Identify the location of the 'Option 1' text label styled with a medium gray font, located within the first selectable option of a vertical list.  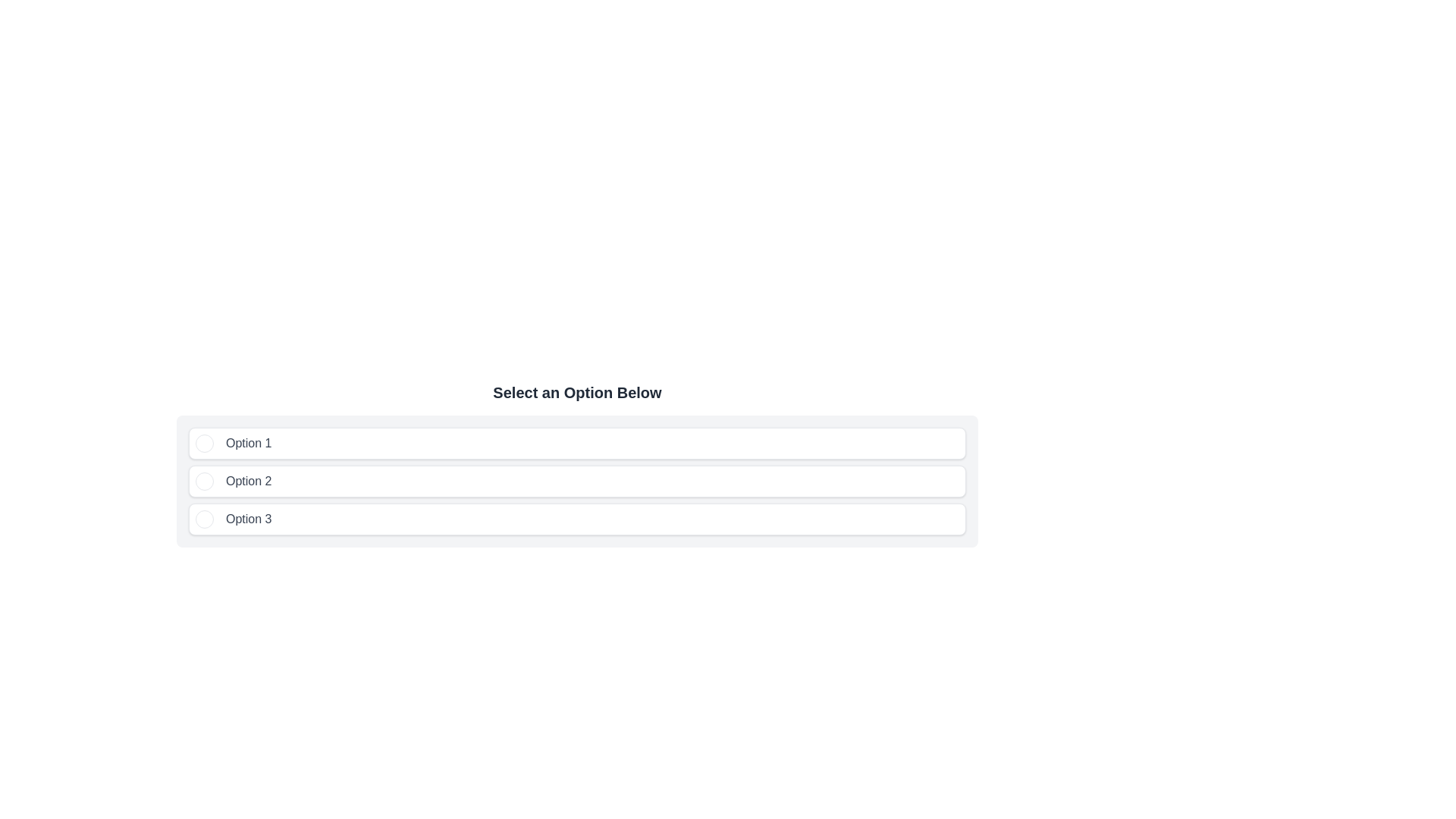
(249, 444).